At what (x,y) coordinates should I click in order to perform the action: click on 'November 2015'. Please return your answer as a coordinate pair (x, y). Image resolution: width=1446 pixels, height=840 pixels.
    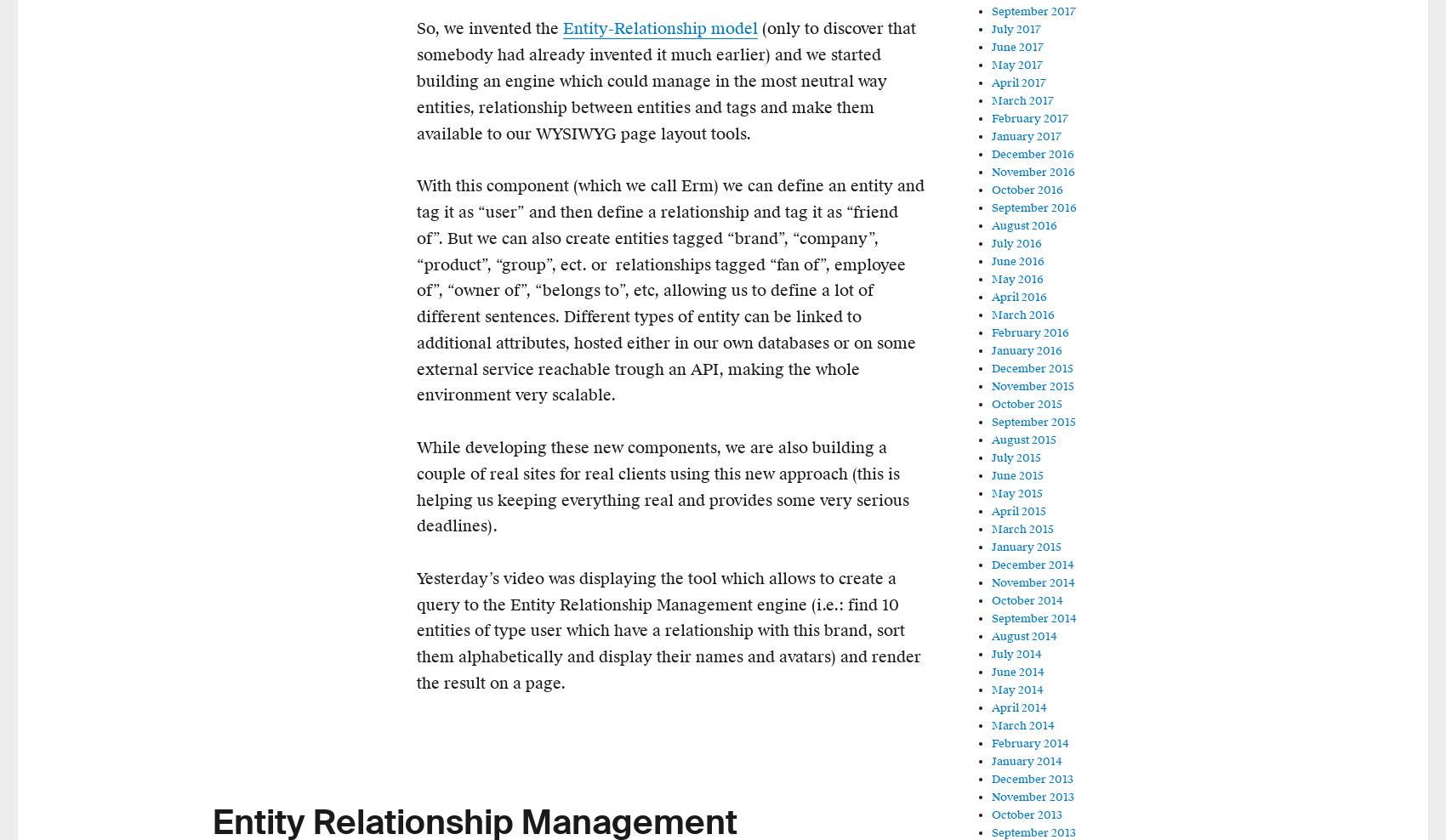
    Looking at the image, I should click on (1032, 386).